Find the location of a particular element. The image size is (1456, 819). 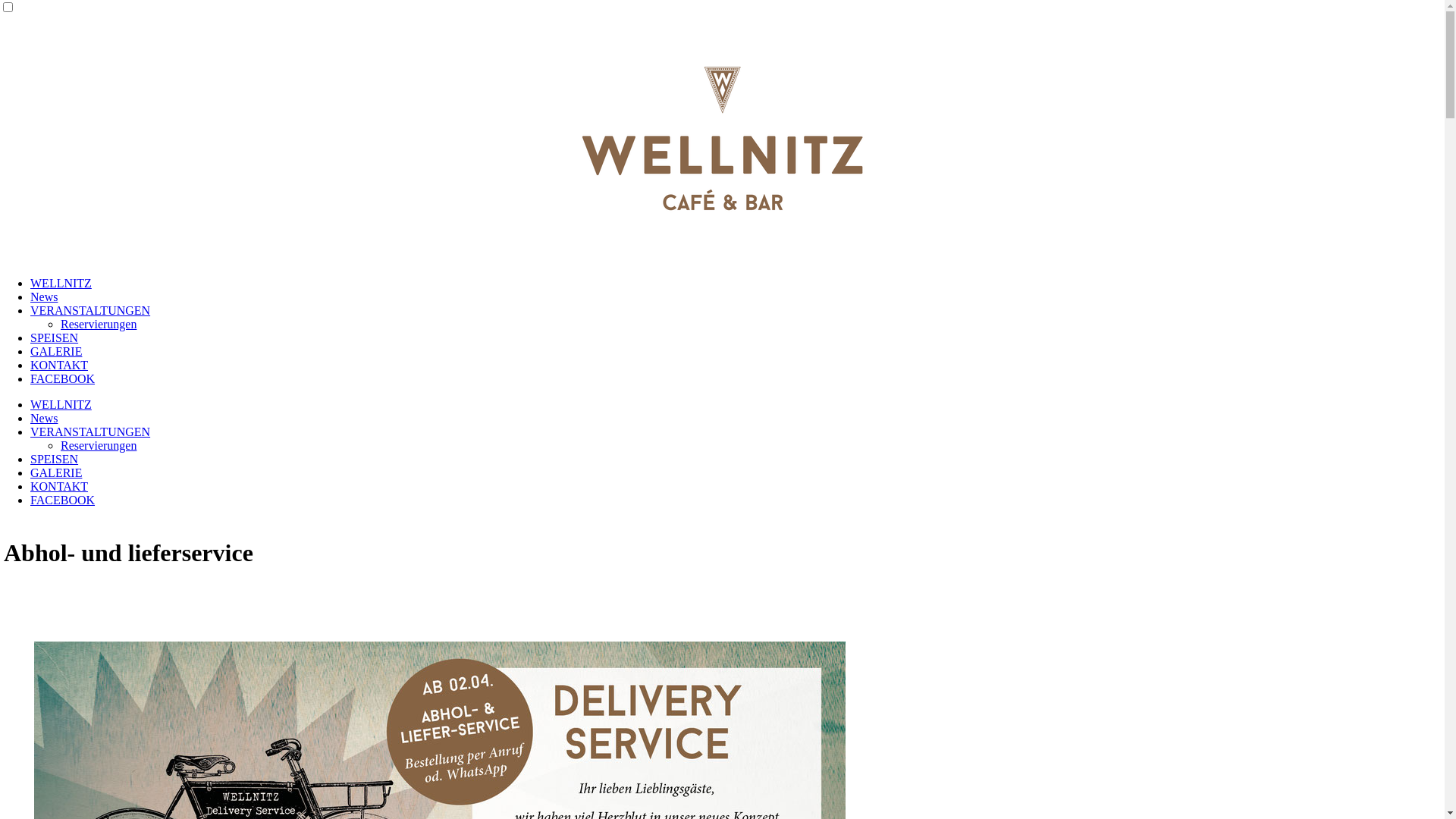

'FACEBOOK' is located at coordinates (61, 500).